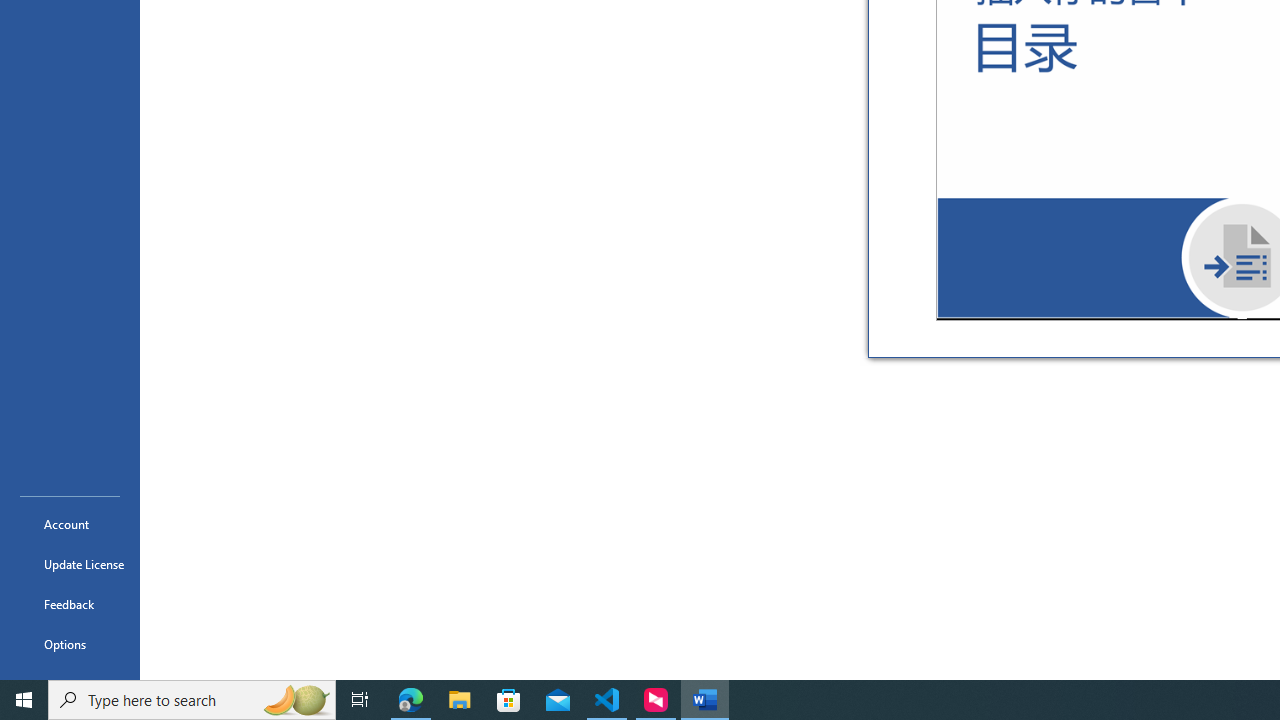 This screenshot has width=1280, height=720. Describe the element at coordinates (459, 698) in the screenshot. I see `'File Explorer'` at that location.